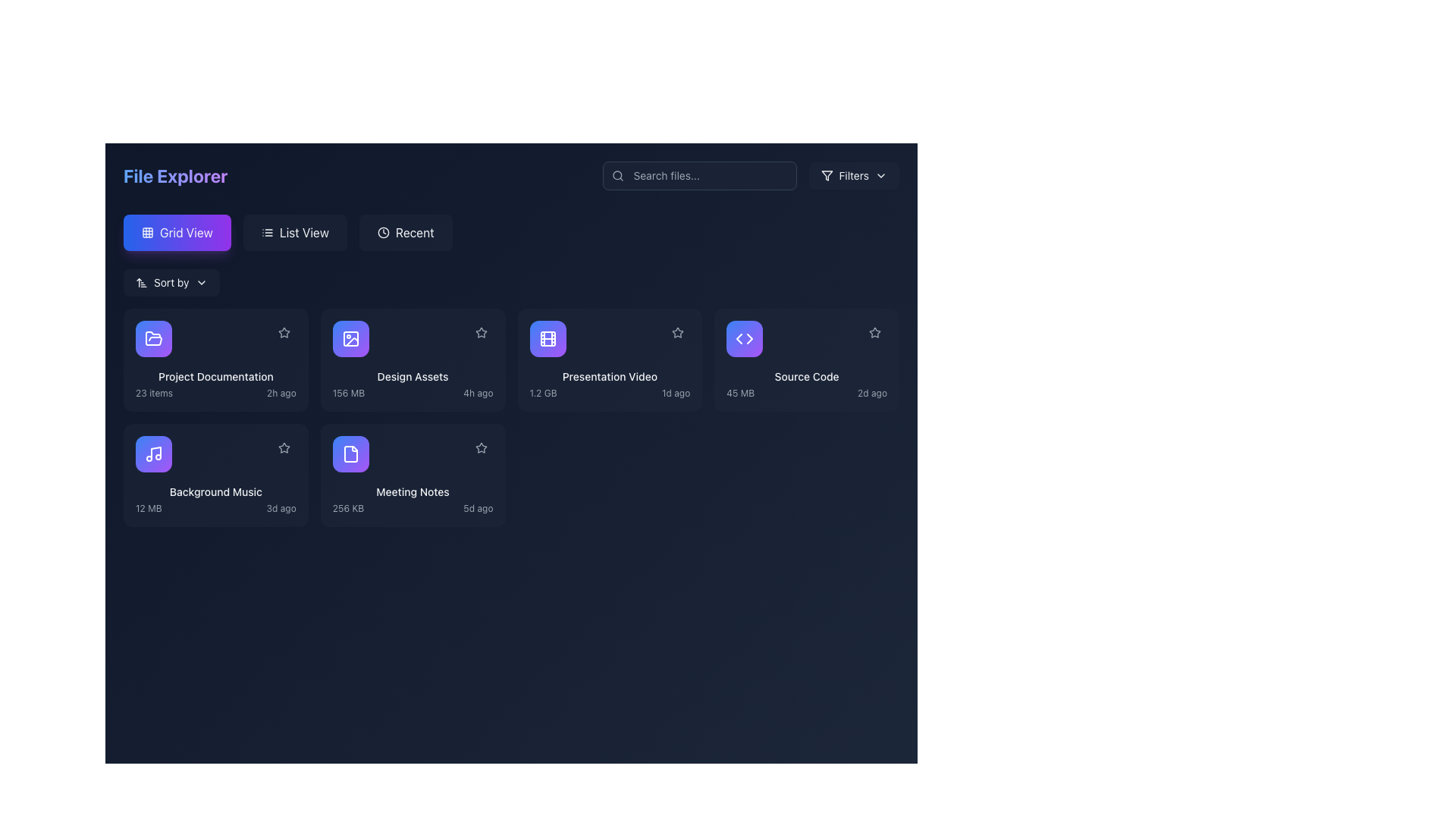 The width and height of the screenshot is (1456, 819). What do you see at coordinates (677, 332) in the screenshot?
I see `the star icon button located in the top-right corner of the 'Presentation Video' card` at bounding box center [677, 332].